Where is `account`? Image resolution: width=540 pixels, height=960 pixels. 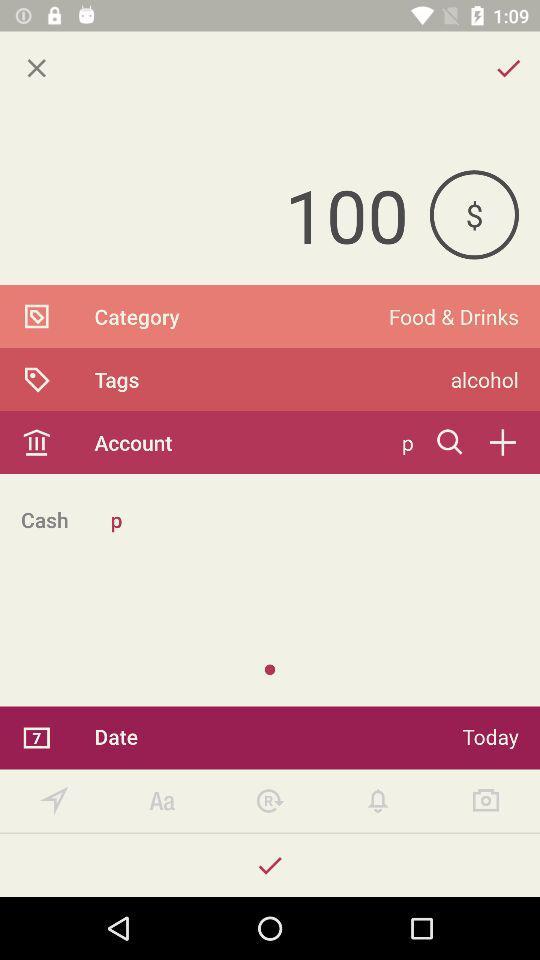 account is located at coordinates (501, 442).